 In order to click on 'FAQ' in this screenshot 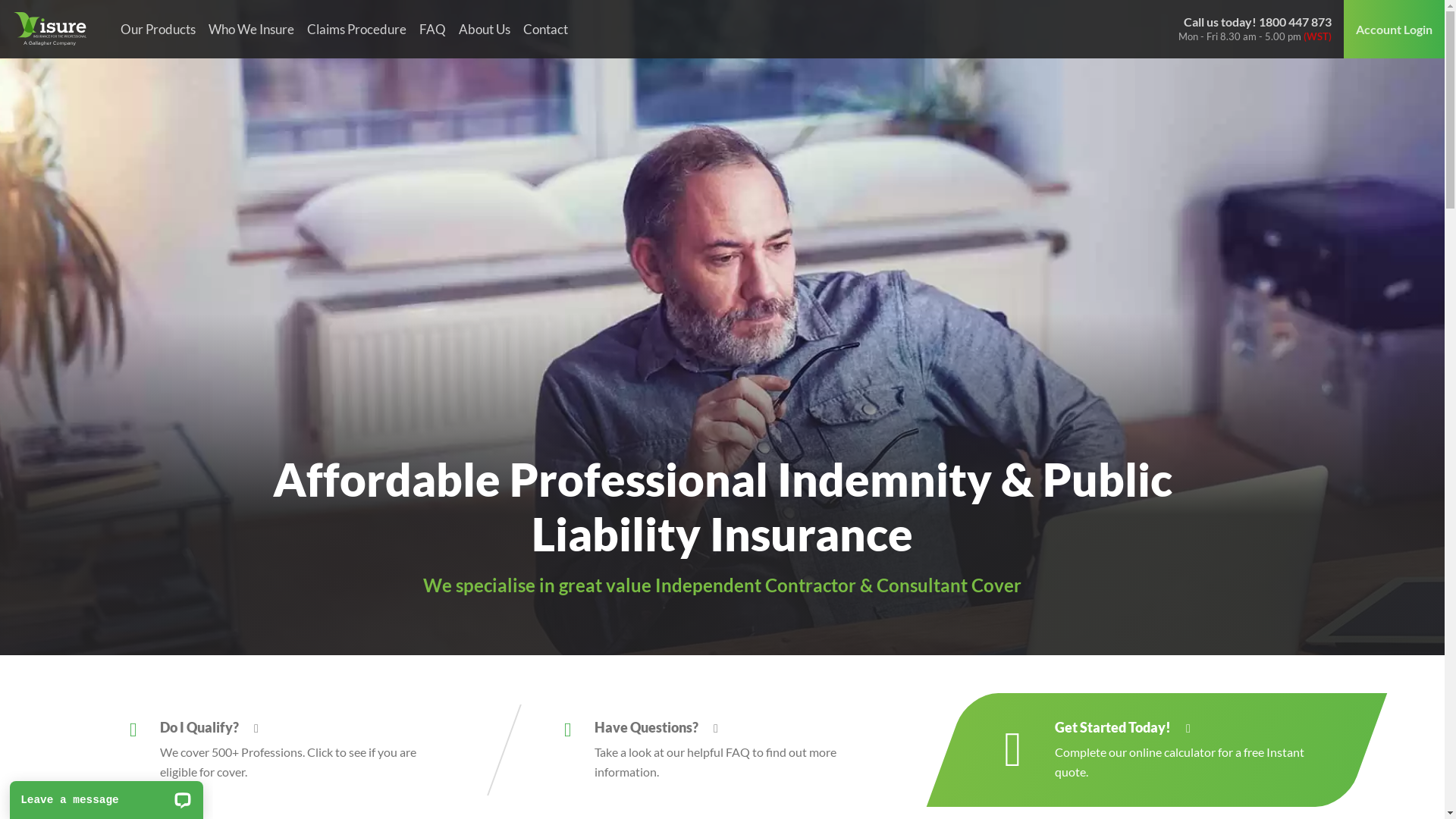, I will do `click(431, 29)`.